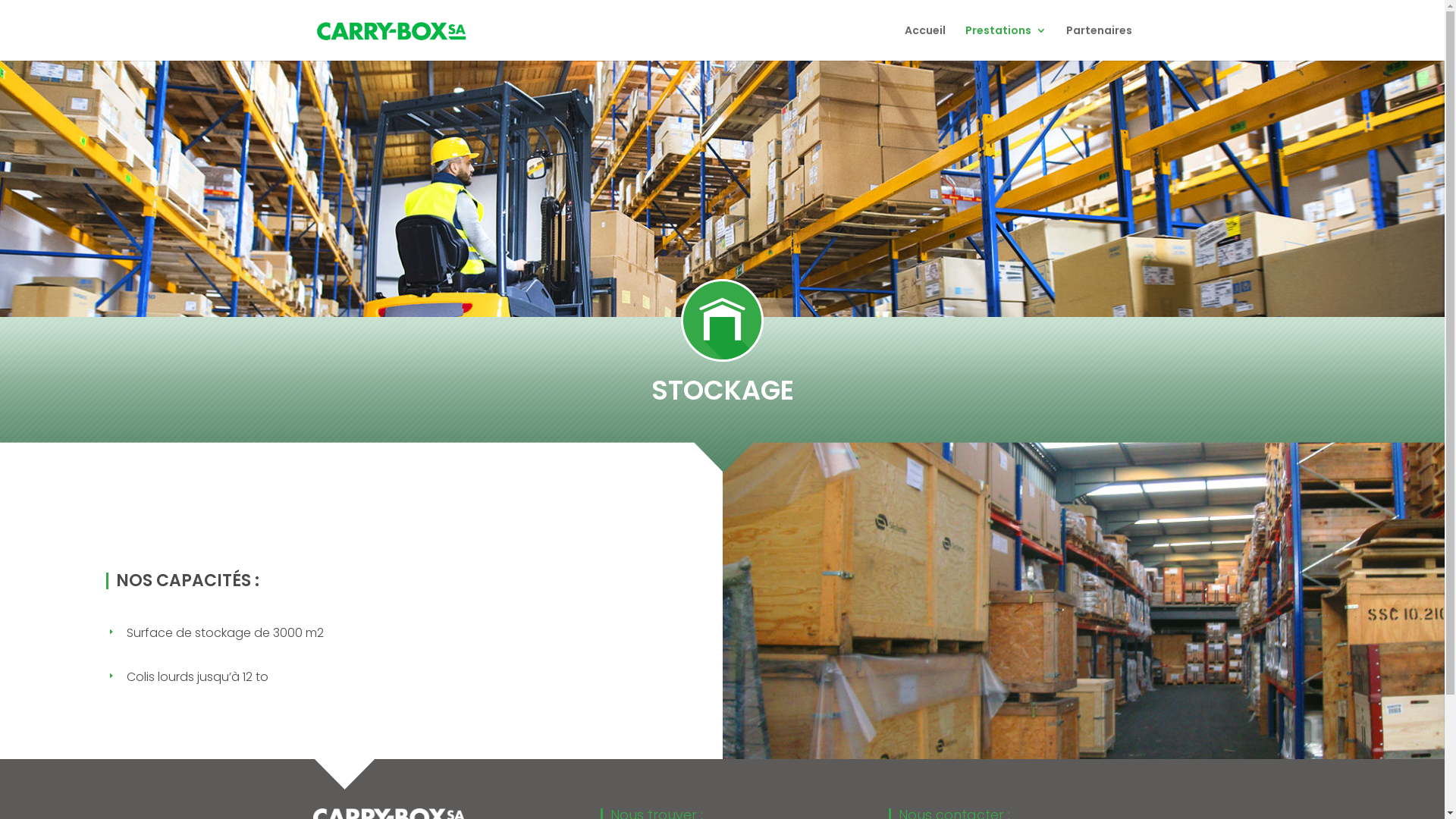  Describe the element at coordinates (964, 42) in the screenshot. I see `'Prestations'` at that location.